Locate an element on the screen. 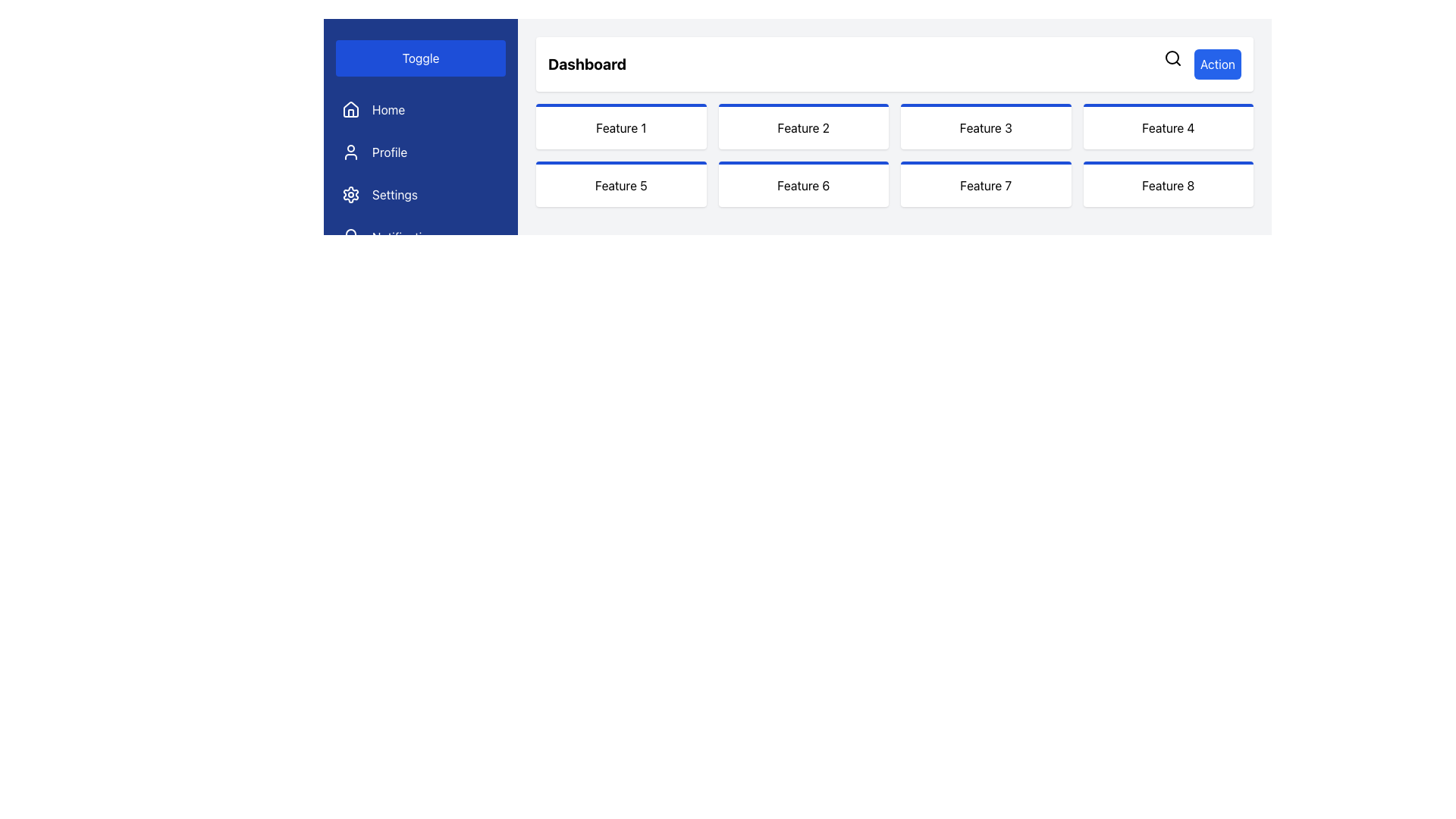  the blue button labeled 'Action' is located at coordinates (1201, 63).